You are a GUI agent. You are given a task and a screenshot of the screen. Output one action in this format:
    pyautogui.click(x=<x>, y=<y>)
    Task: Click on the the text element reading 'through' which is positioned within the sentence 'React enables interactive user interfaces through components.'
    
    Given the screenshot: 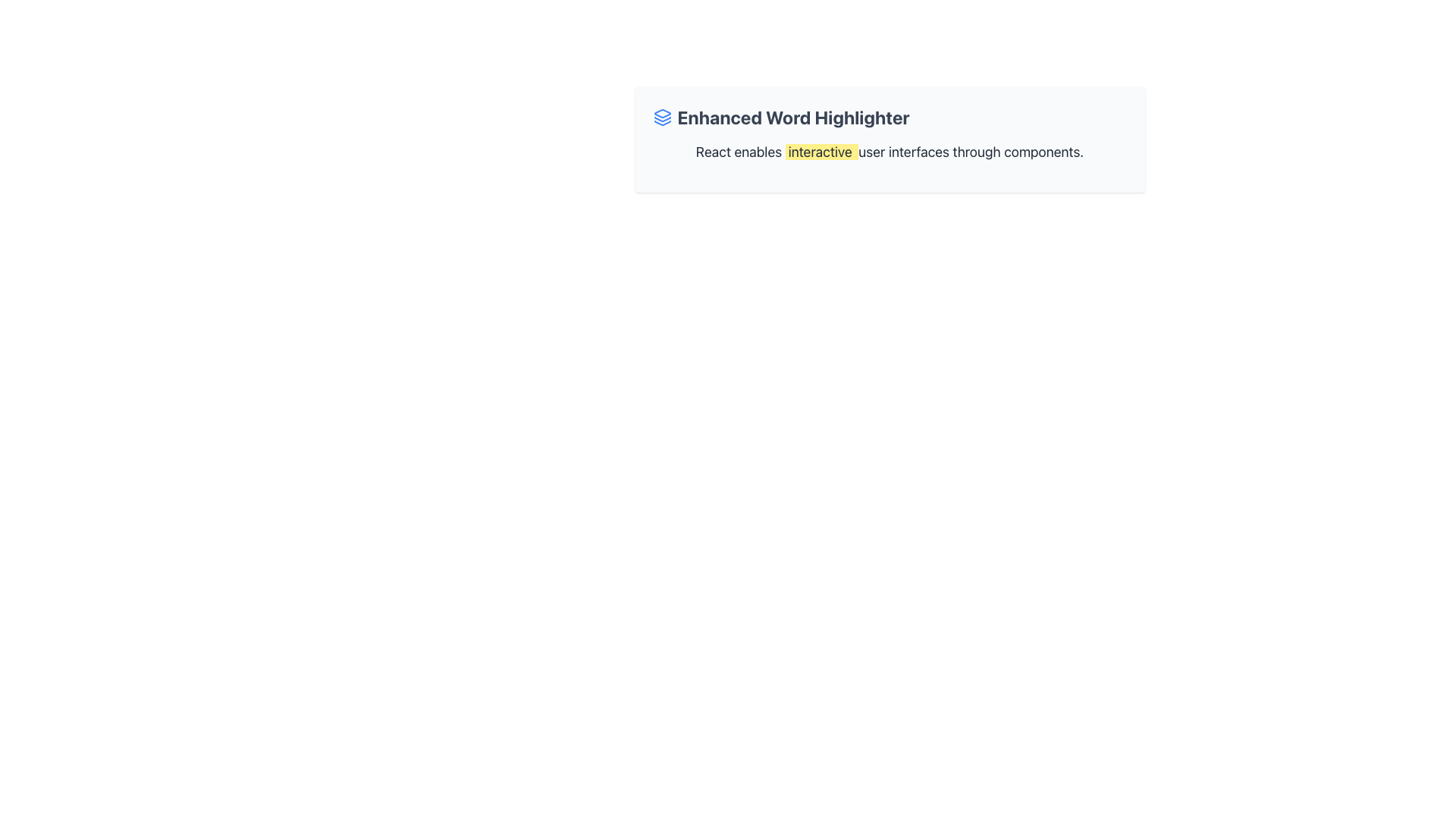 What is the action you would take?
    pyautogui.click(x=978, y=152)
    